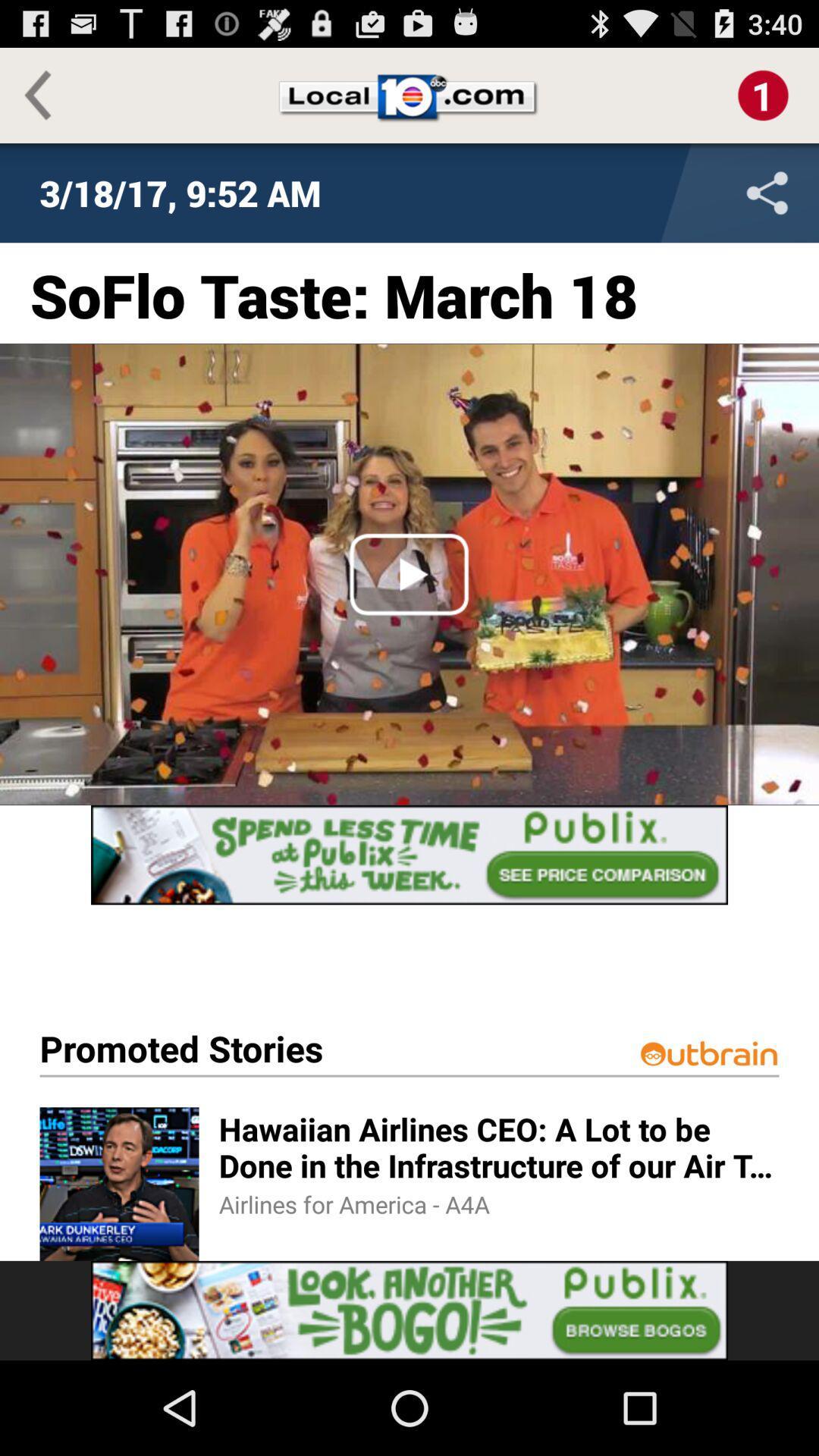 The width and height of the screenshot is (819, 1456). What do you see at coordinates (763, 94) in the screenshot?
I see `one unread notification` at bounding box center [763, 94].